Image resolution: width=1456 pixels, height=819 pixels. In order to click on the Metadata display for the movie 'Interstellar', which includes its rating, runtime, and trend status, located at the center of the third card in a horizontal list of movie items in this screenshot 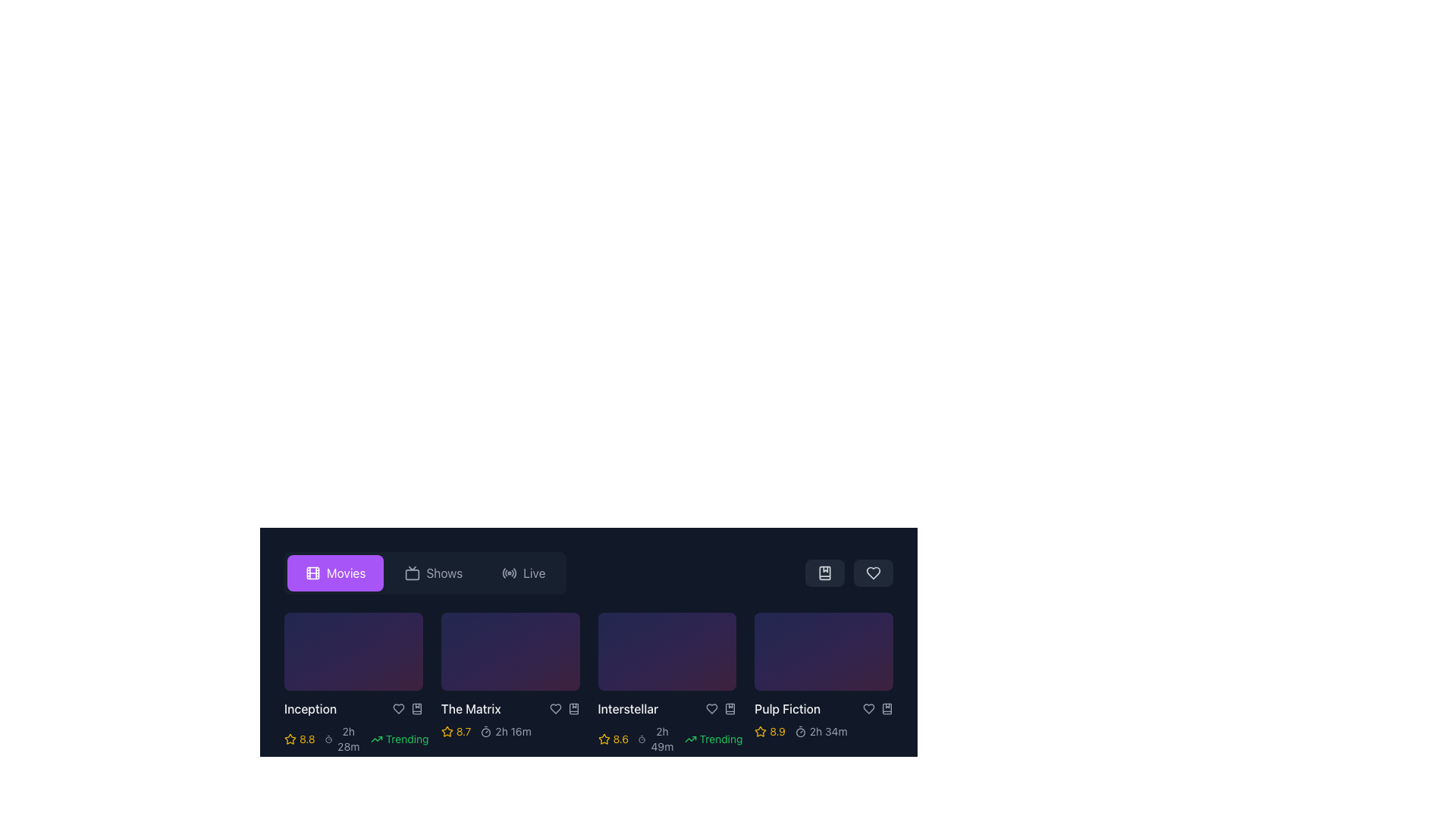, I will do `click(667, 726)`.